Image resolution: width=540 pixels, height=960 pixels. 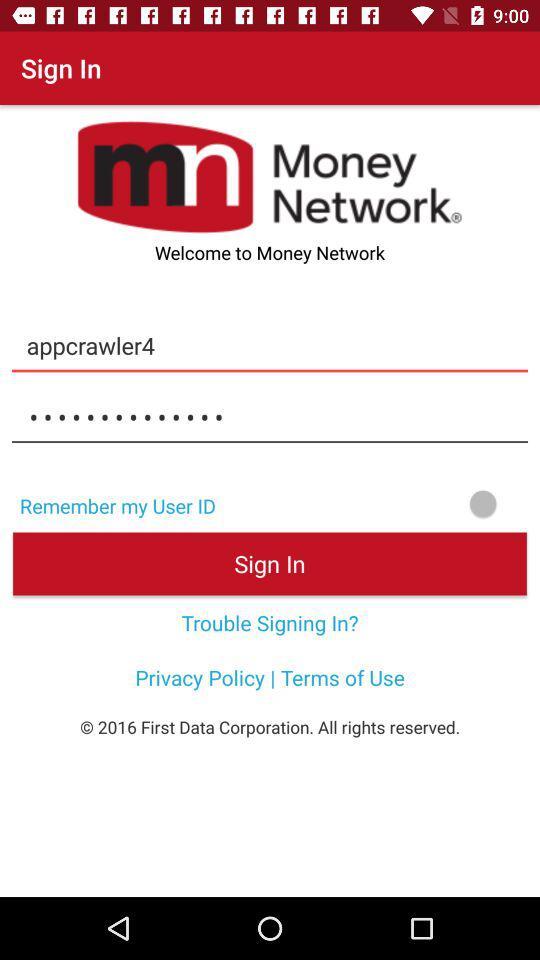 What do you see at coordinates (270, 621) in the screenshot?
I see `icon above privacy policy terms icon` at bounding box center [270, 621].